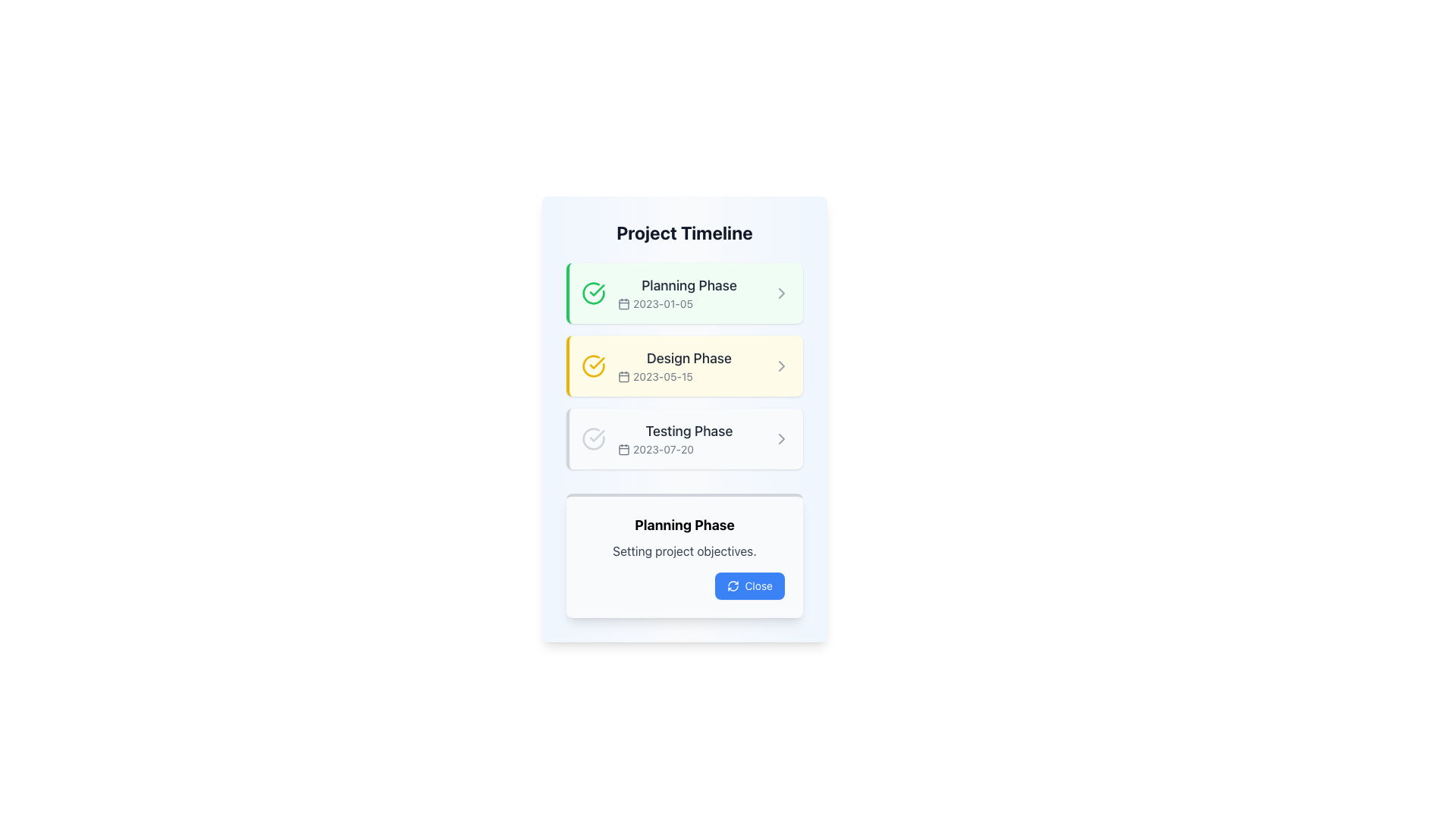  Describe the element at coordinates (592, 366) in the screenshot. I see `status indicator icon for the 'Design Phase' entry, which is located in the leftmost portion of the second row of the list item group` at that location.